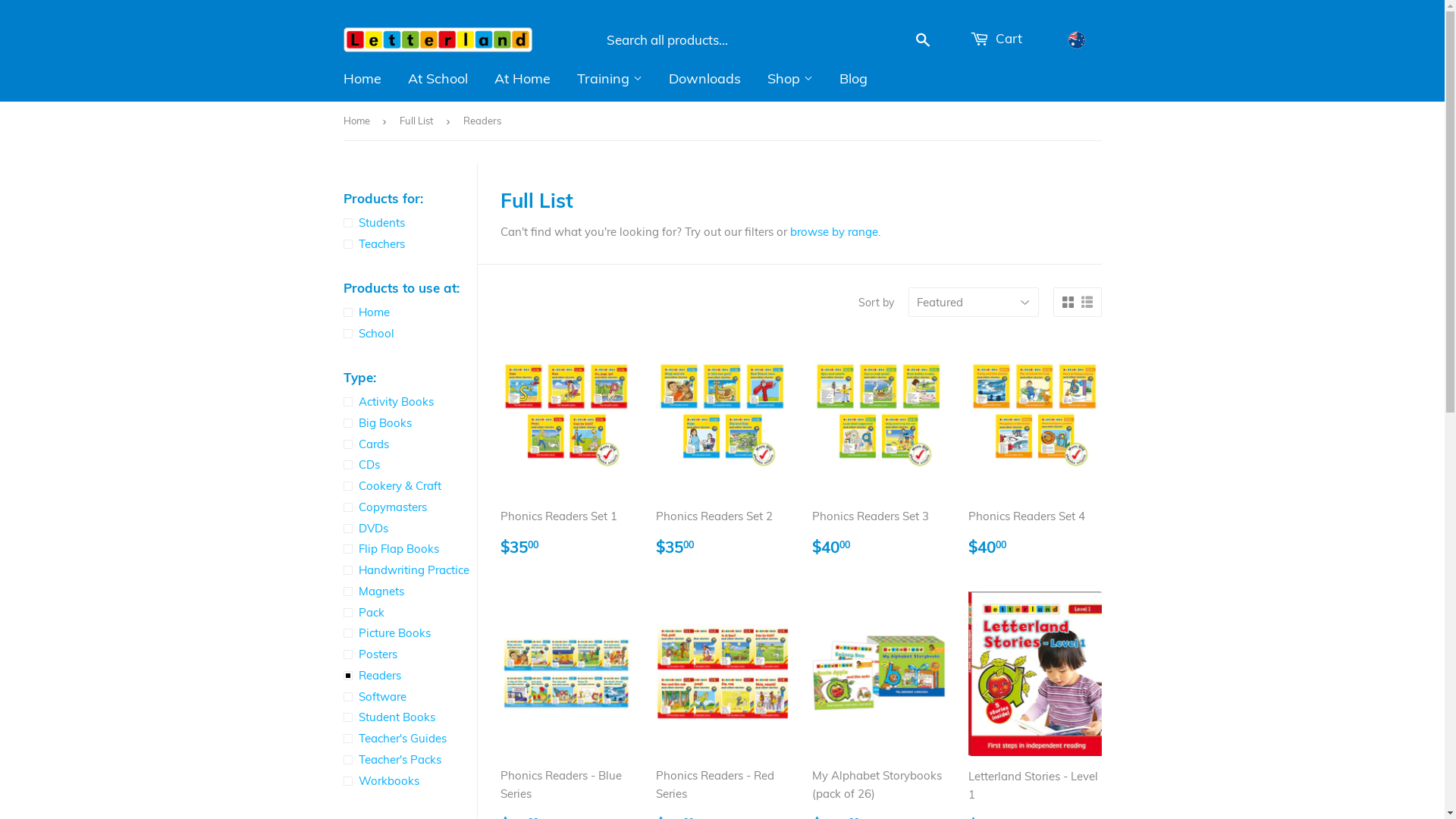 This screenshot has height=819, width=1456. What do you see at coordinates (409, 590) in the screenshot?
I see `'Magnets'` at bounding box center [409, 590].